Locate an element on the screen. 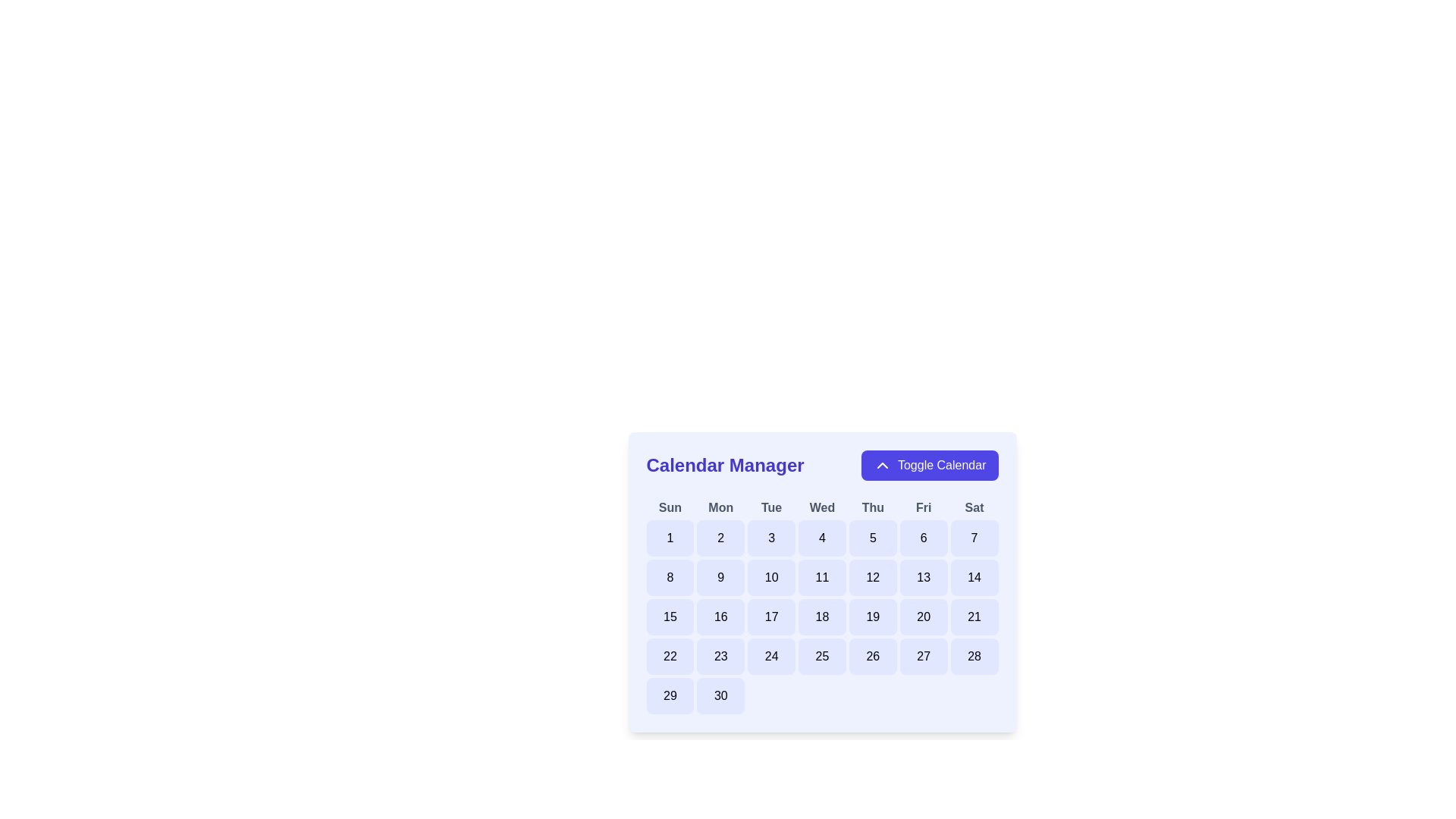  the Interactive calendar day tile representing the 27th day of the month to trigger a visual effect is located at coordinates (923, 656).